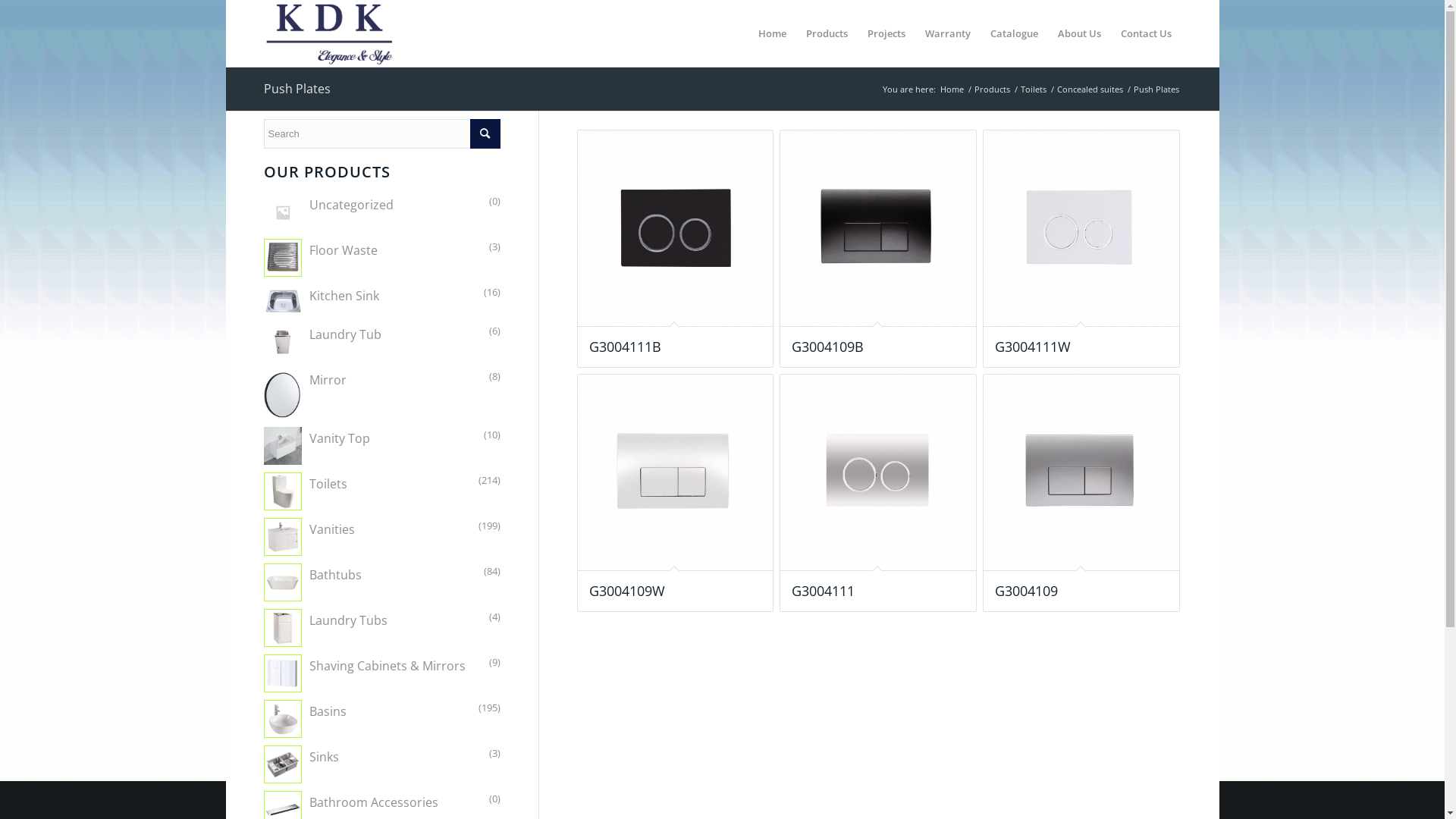 The width and height of the screenshot is (1456, 819). What do you see at coordinates (304, 393) in the screenshot?
I see `'Mirror'` at bounding box center [304, 393].